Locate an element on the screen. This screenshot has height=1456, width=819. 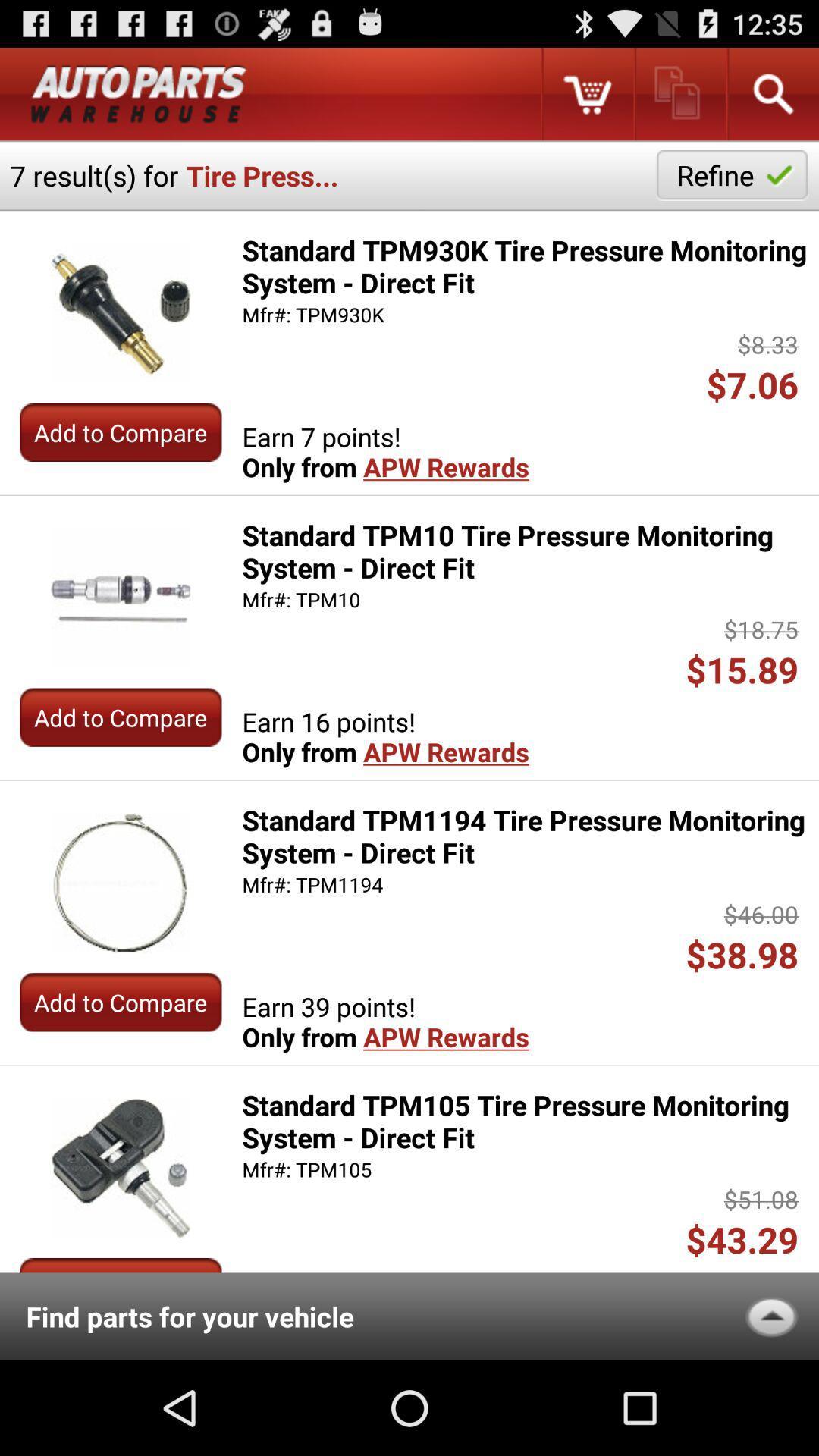
the red colored text mentioned as 706 is located at coordinates (758, 384).